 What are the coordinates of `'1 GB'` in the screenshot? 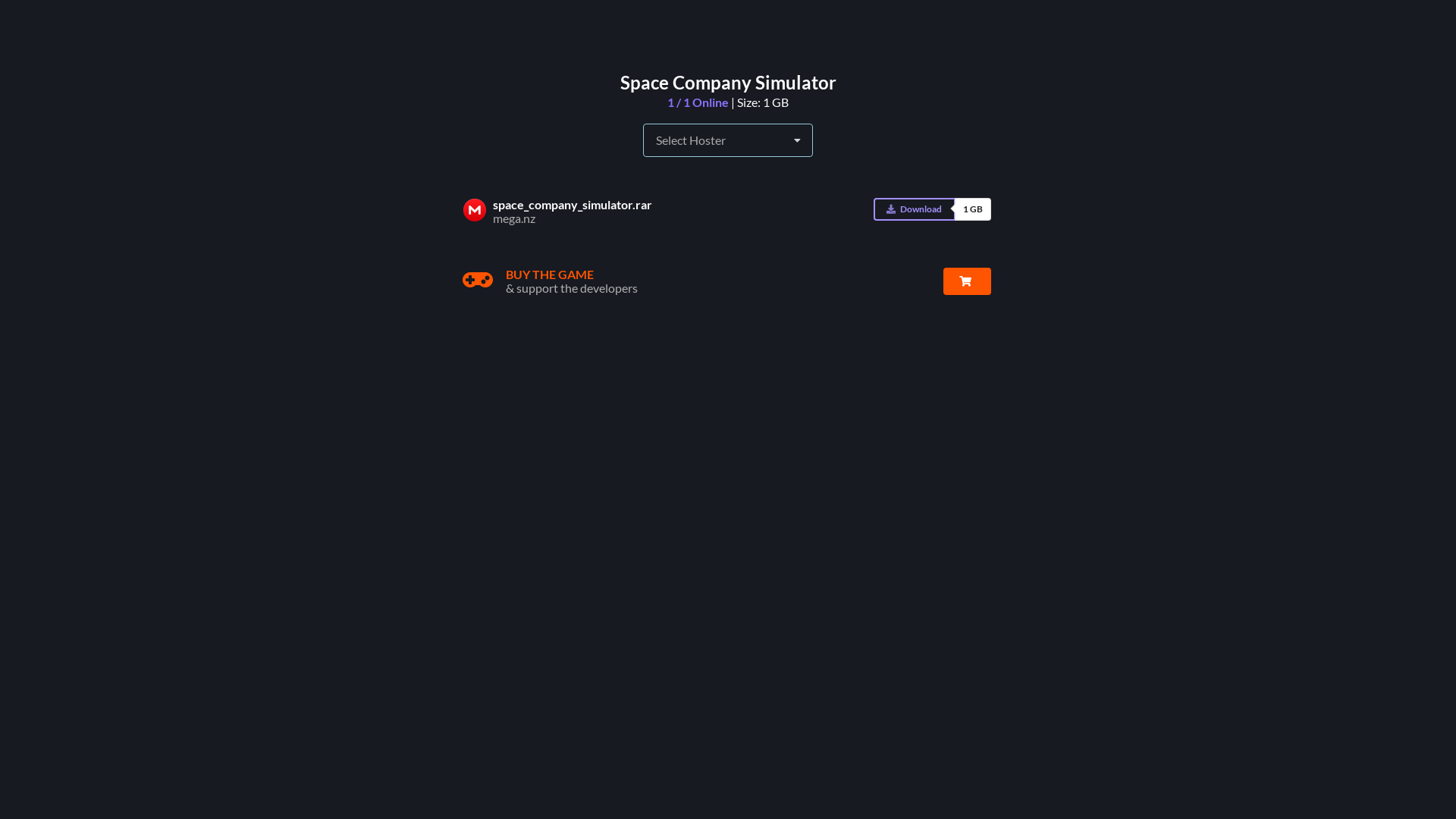 It's located at (953, 209).